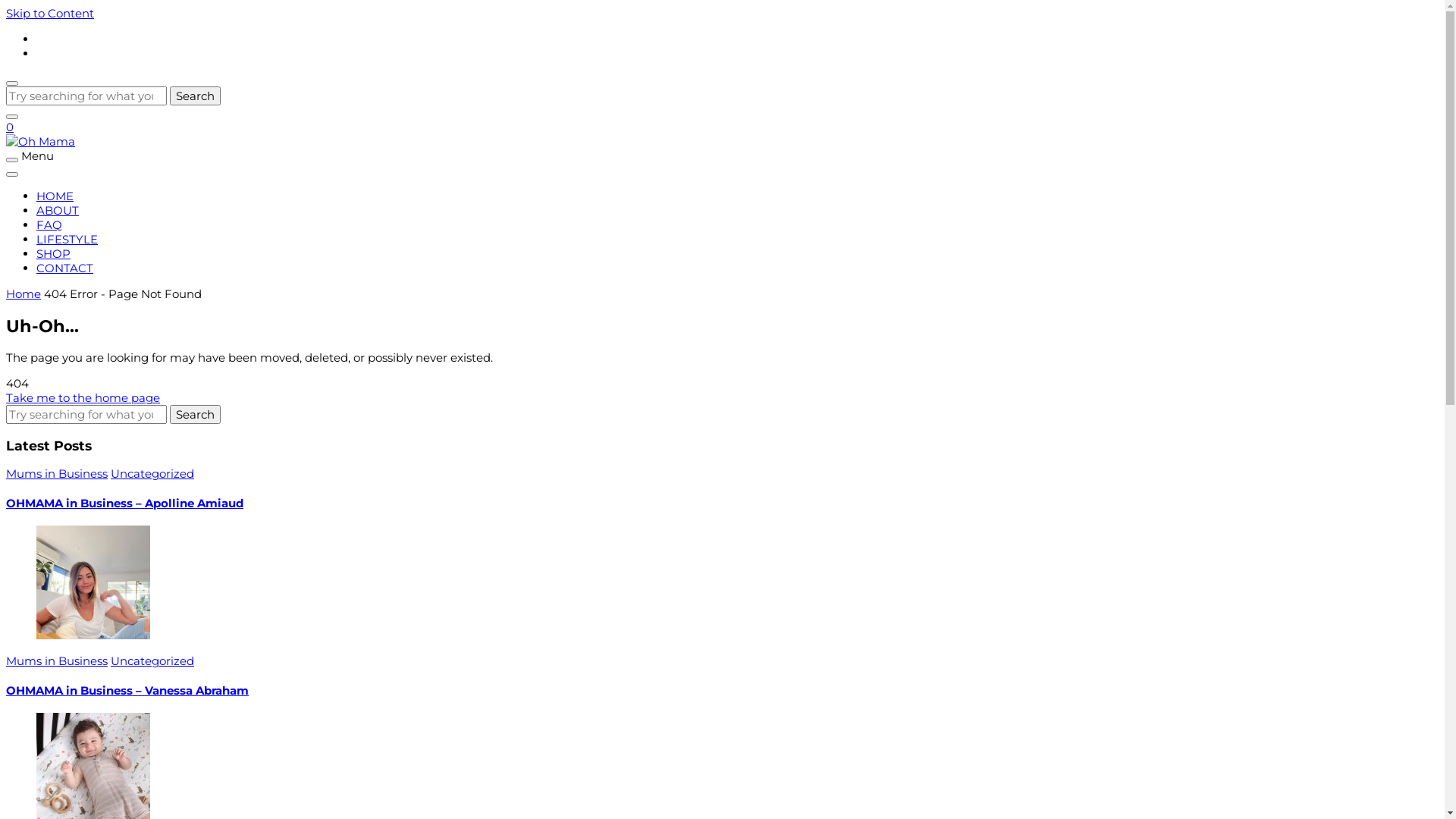 The width and height of the screenshot is (1456, 819). What do you see at coordinates (6, 293) in the screenshot?
I see `'Home'` at bounding box center [6, 293].